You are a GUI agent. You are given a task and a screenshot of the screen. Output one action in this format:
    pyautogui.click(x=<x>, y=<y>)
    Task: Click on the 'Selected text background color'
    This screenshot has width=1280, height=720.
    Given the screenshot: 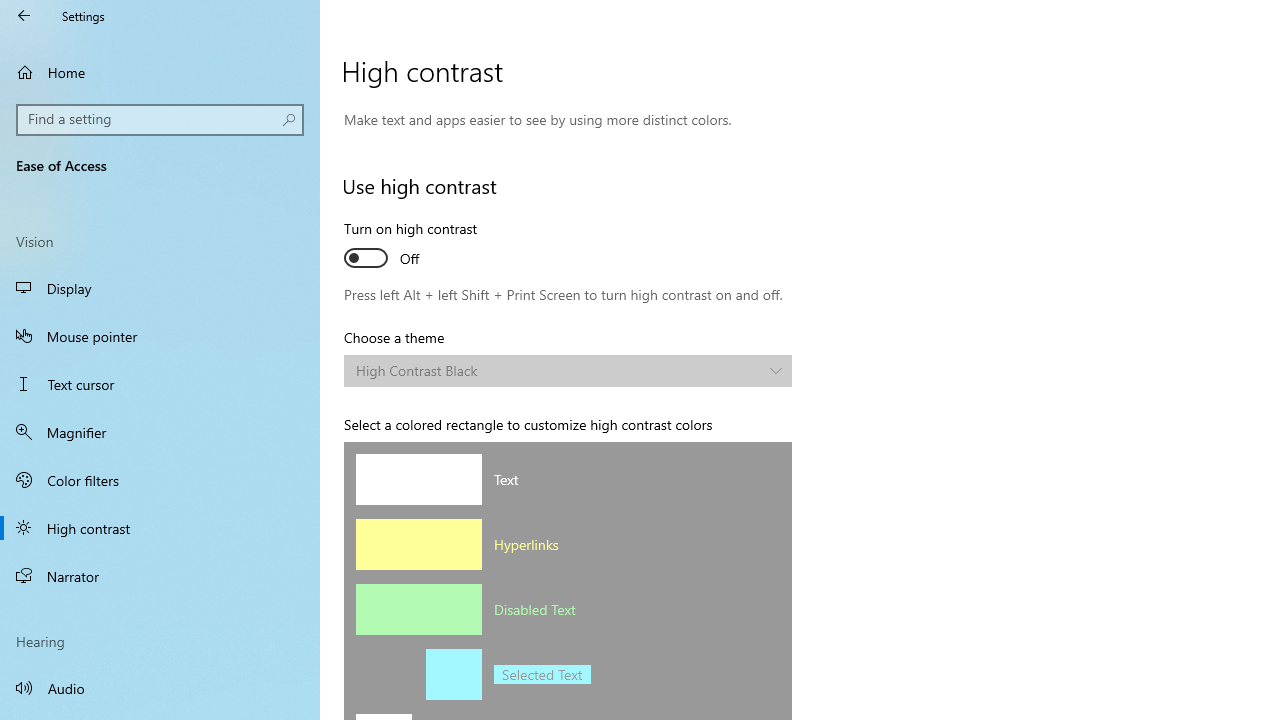 What is the action you would take?
    pyautogui.click(x=452, y=674)
    